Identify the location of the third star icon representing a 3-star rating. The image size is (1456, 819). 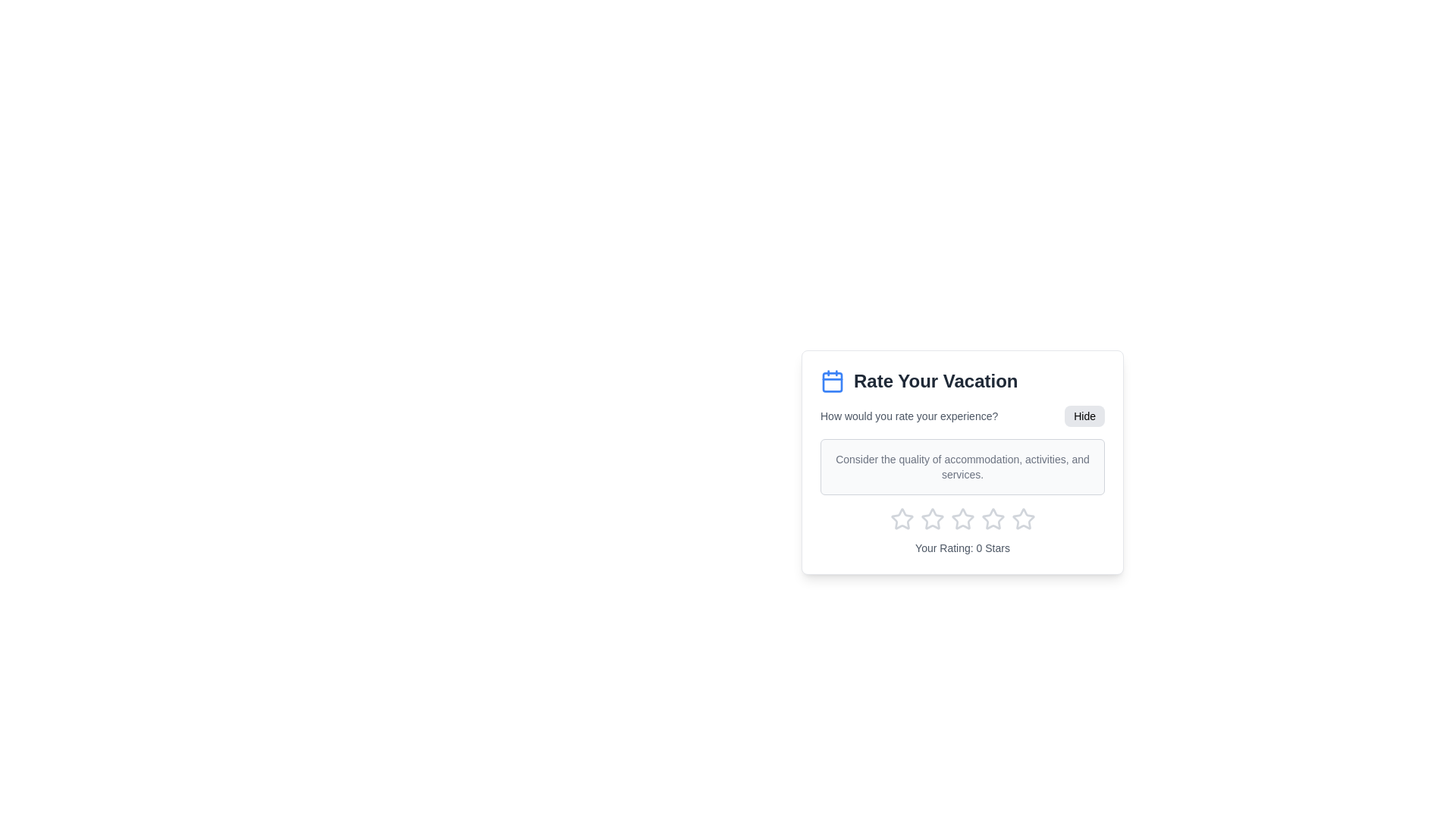
(931, 519).